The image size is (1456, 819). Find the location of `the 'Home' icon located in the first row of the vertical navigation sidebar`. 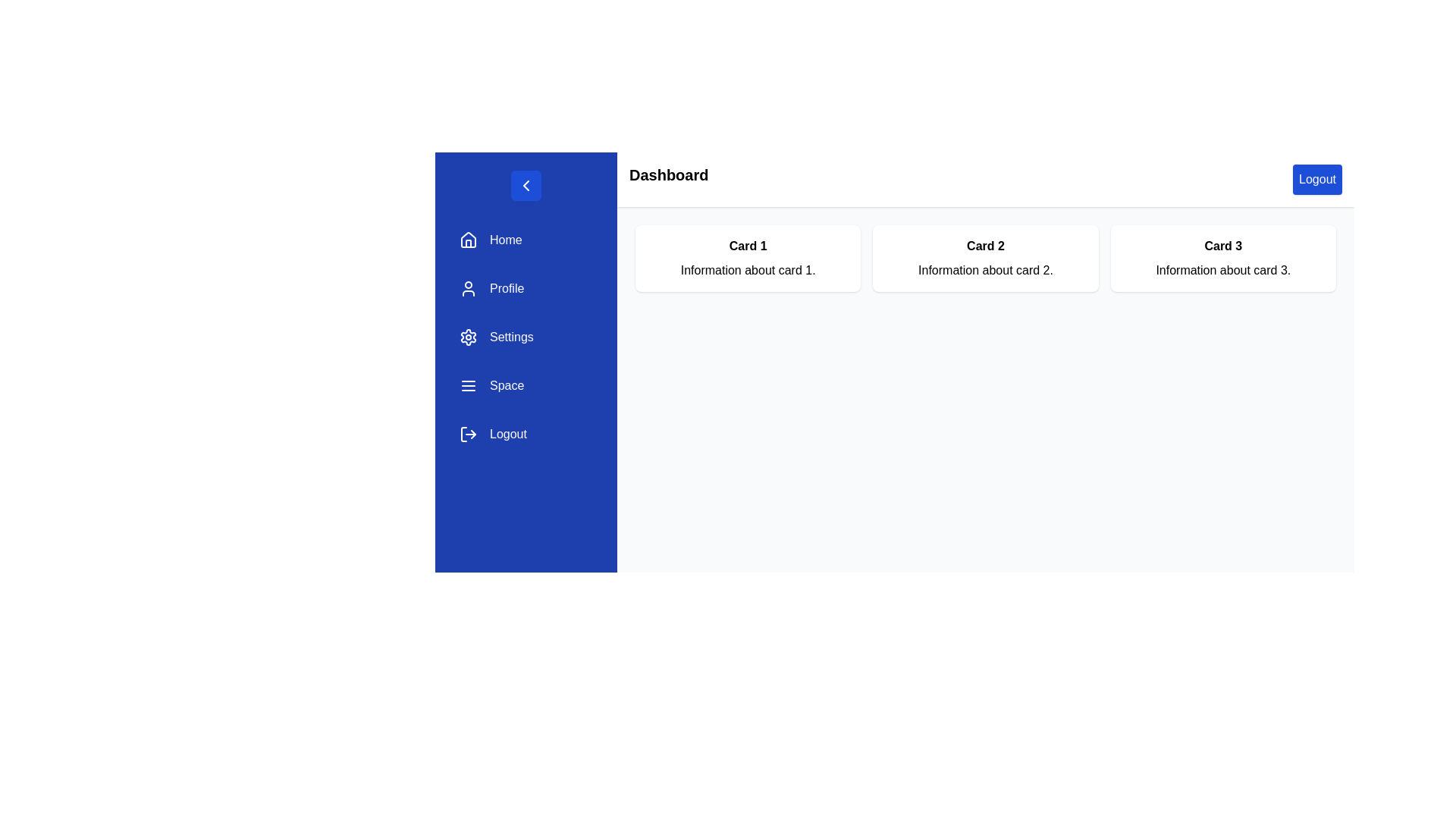

the 'Home' icon located in the first row of the vertical navigation sidebar is located at coordinates (468, 239).